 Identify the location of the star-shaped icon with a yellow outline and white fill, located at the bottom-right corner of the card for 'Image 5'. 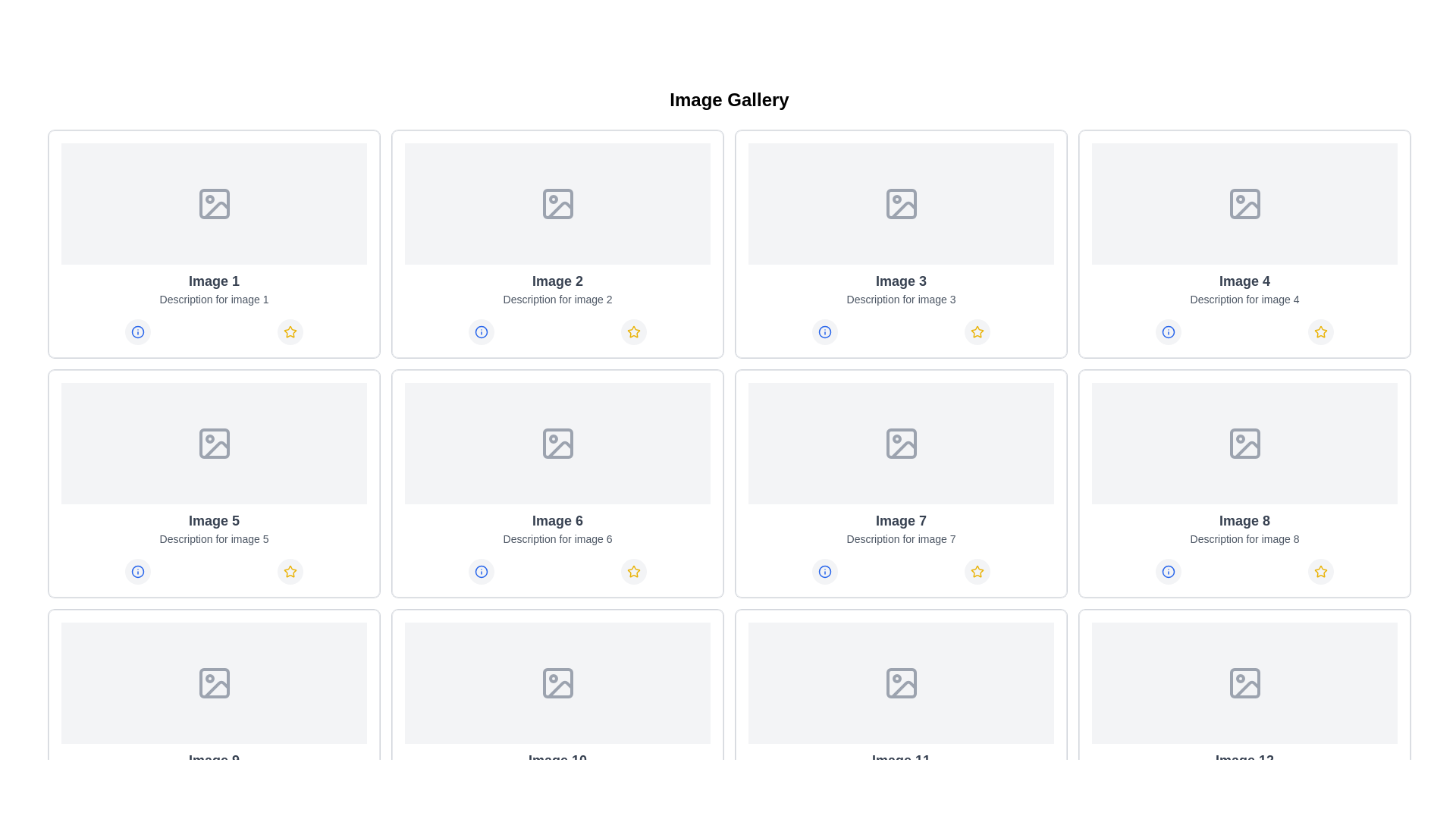
(290, 571).